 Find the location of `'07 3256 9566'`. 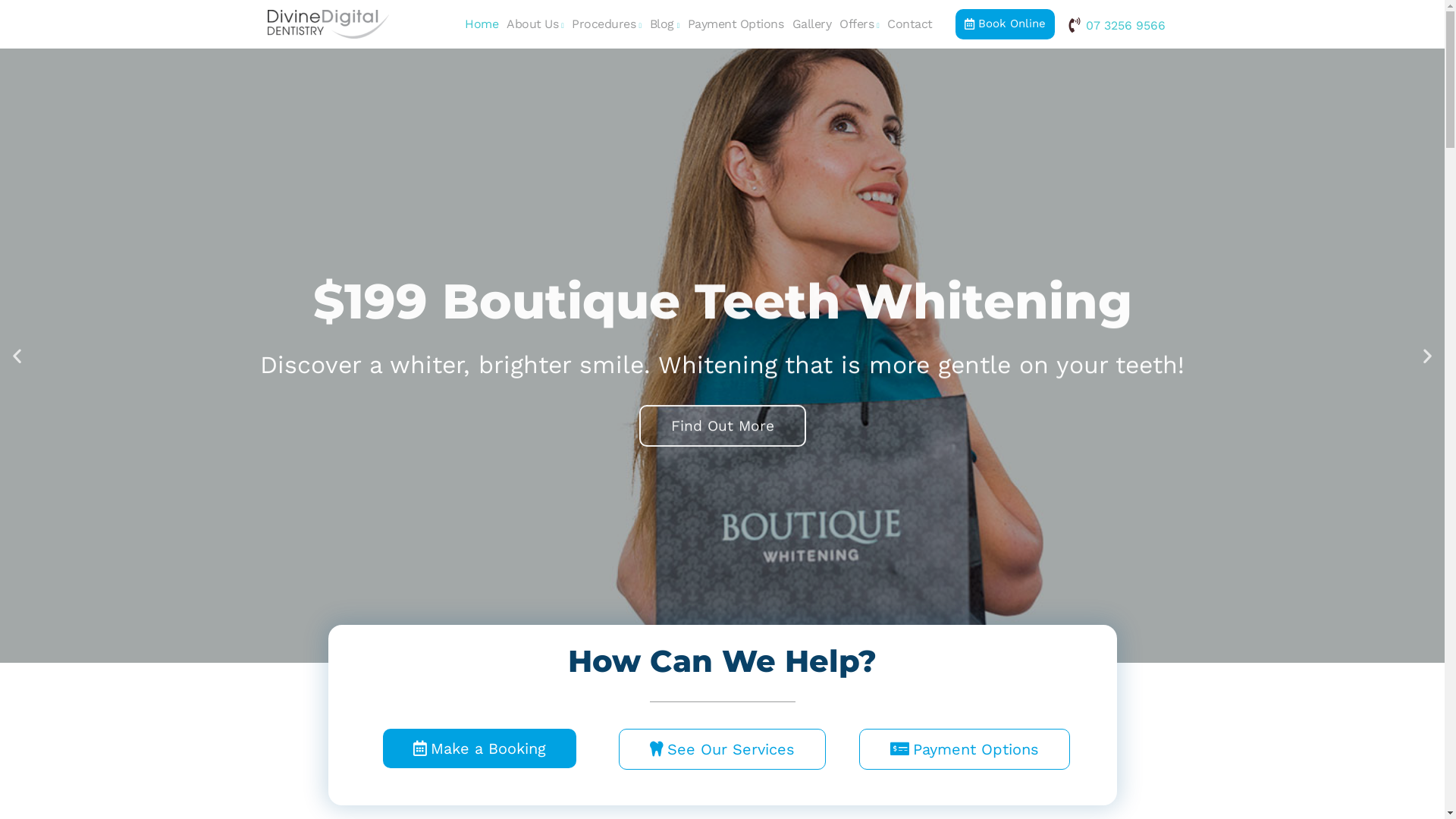

'07 3256 9566' is located at coordinates (1115, 25).